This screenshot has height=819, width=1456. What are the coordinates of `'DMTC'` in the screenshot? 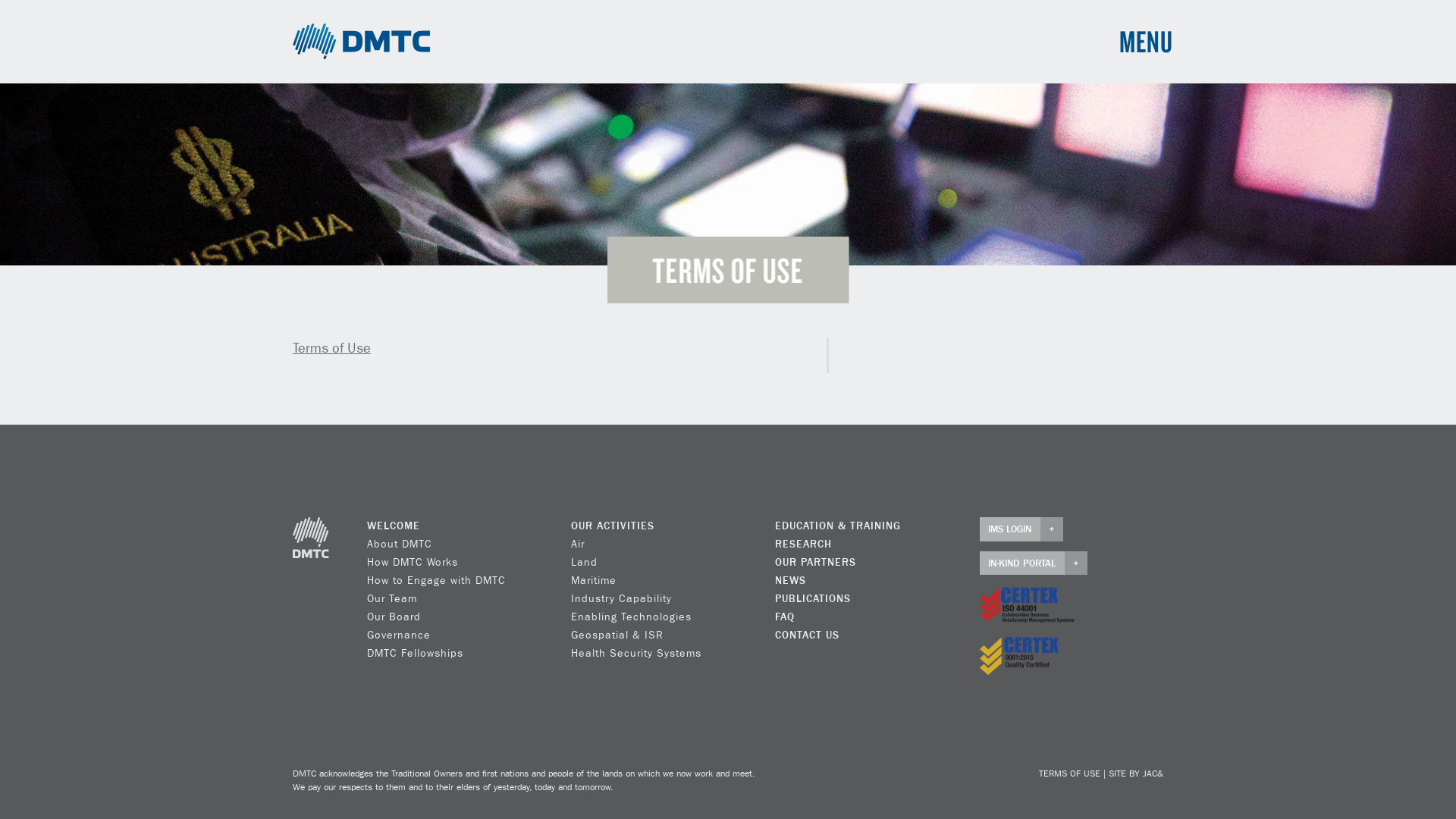 It's located at (360, 40).